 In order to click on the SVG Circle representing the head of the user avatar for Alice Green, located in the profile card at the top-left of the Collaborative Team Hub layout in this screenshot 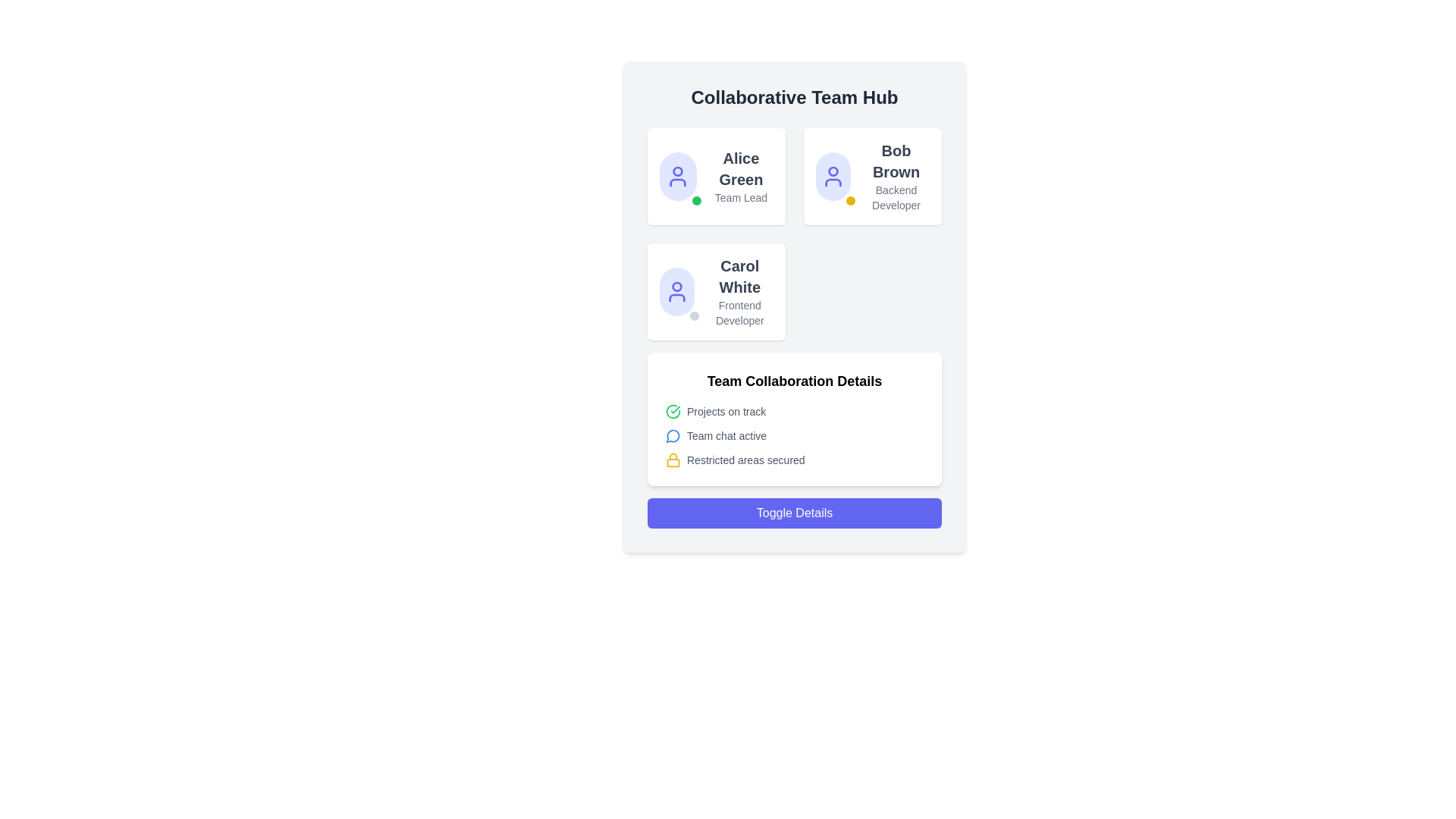, I will do `click(677, 171)`.